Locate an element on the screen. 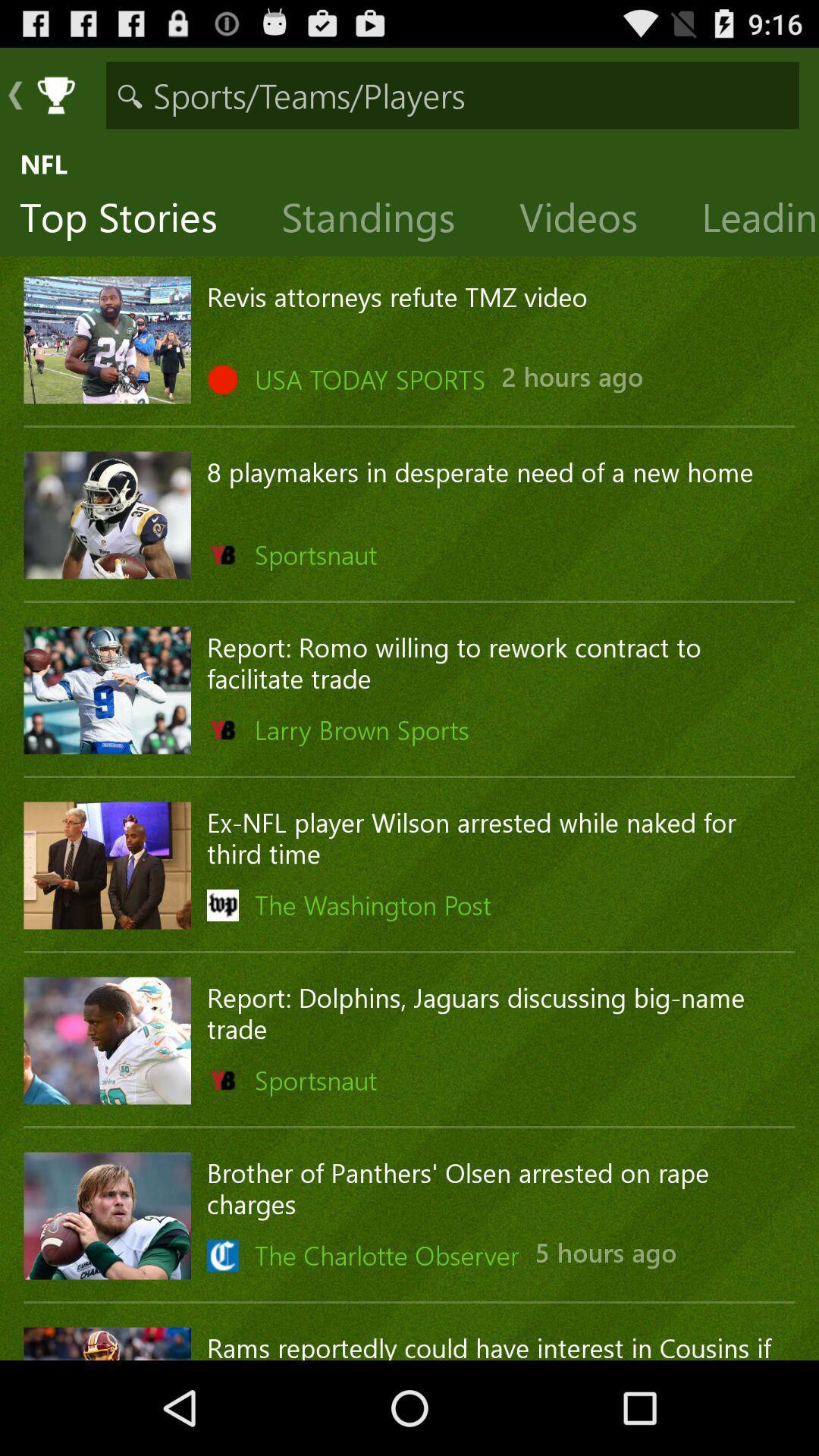 The height and width of the screenshot is (1456, 819). the icon below nfl is located at coordinates (589, 220).